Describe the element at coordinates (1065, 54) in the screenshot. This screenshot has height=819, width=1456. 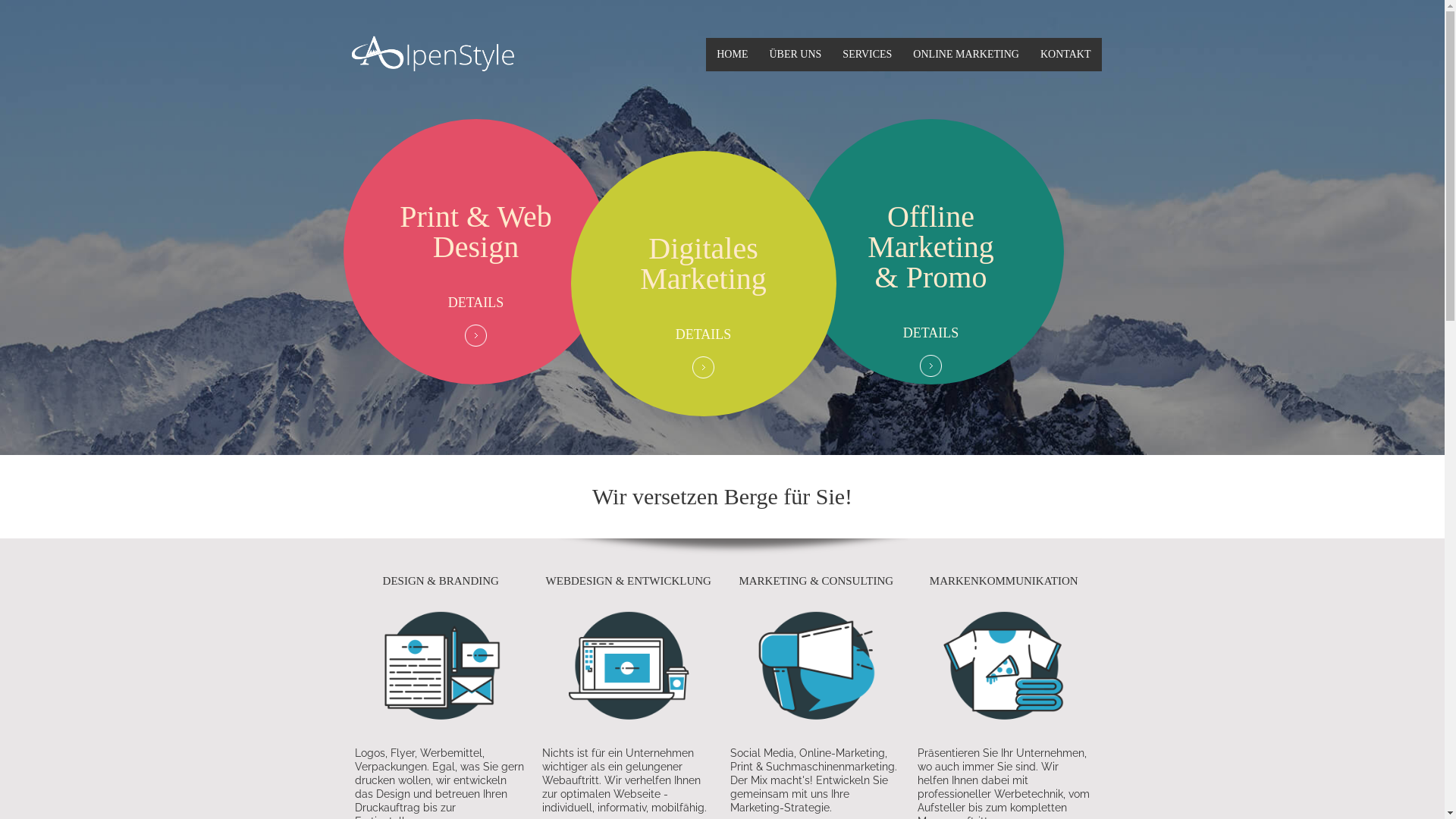
I see `'KONTAKT'` at that location.